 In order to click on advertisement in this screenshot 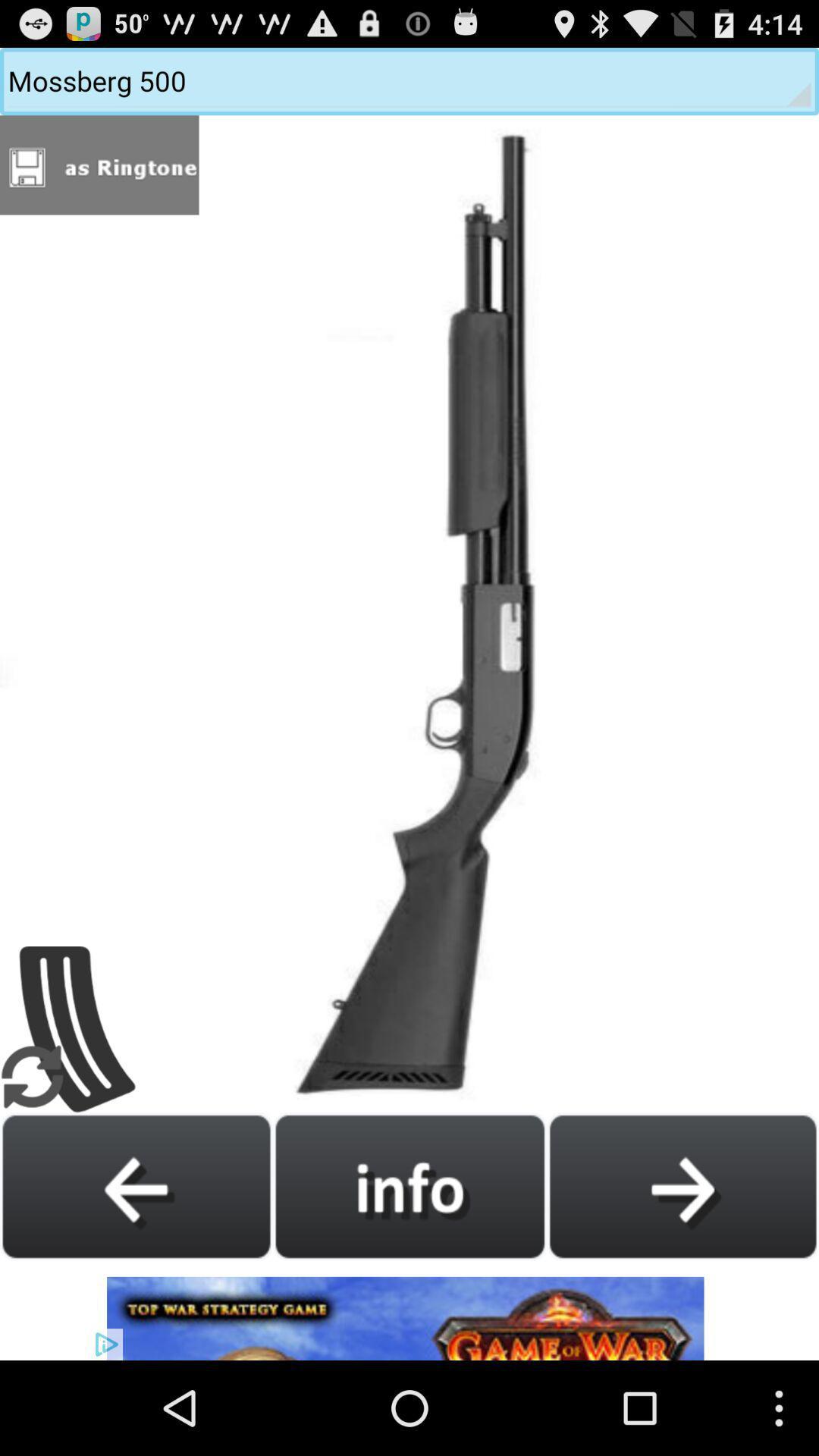, I will do `click(409, 1310)`.